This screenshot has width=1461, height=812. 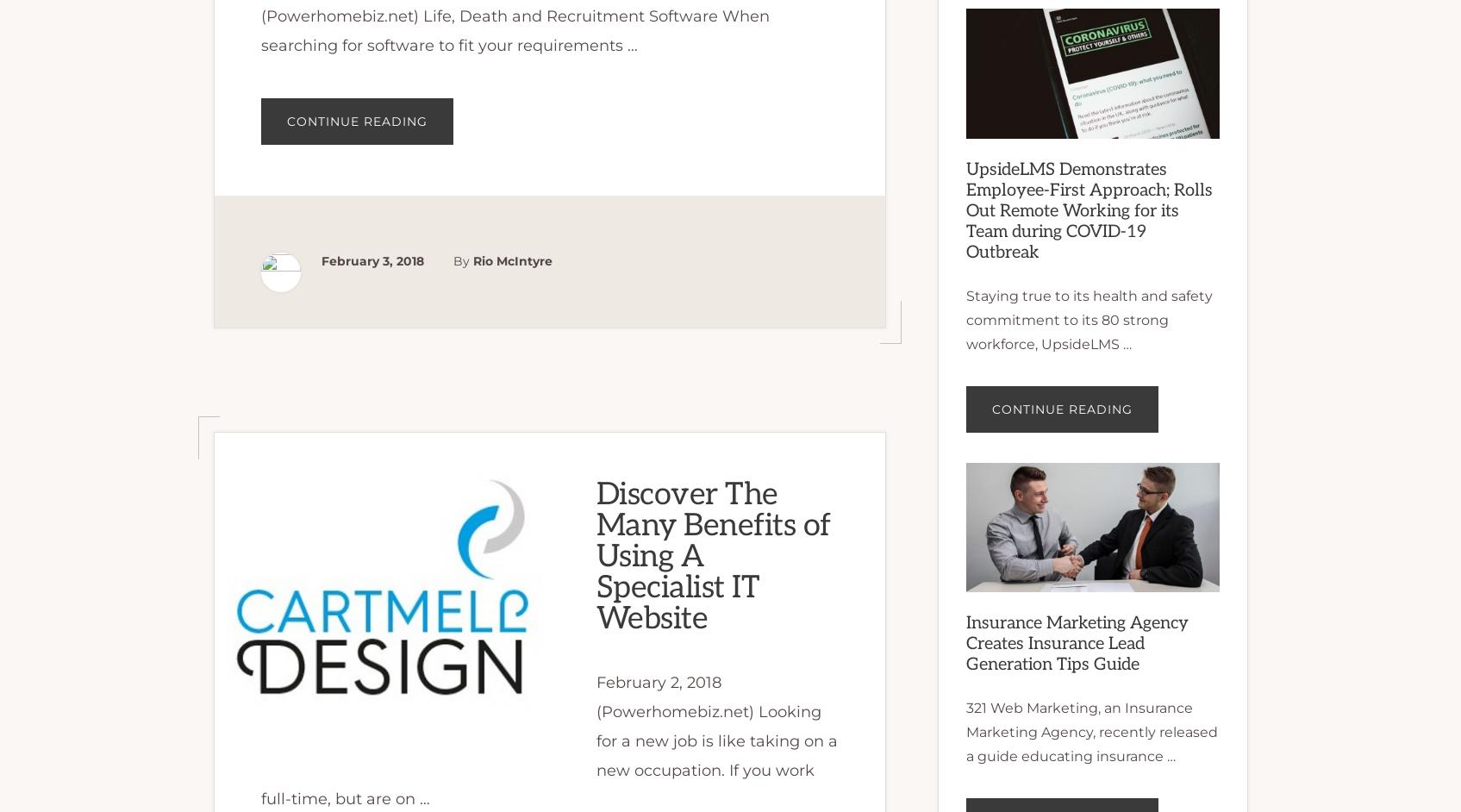 What do you see at coordinates (373, 47) in the screenshot?
I see `'Tech News'` at bounding box center [373, 47].